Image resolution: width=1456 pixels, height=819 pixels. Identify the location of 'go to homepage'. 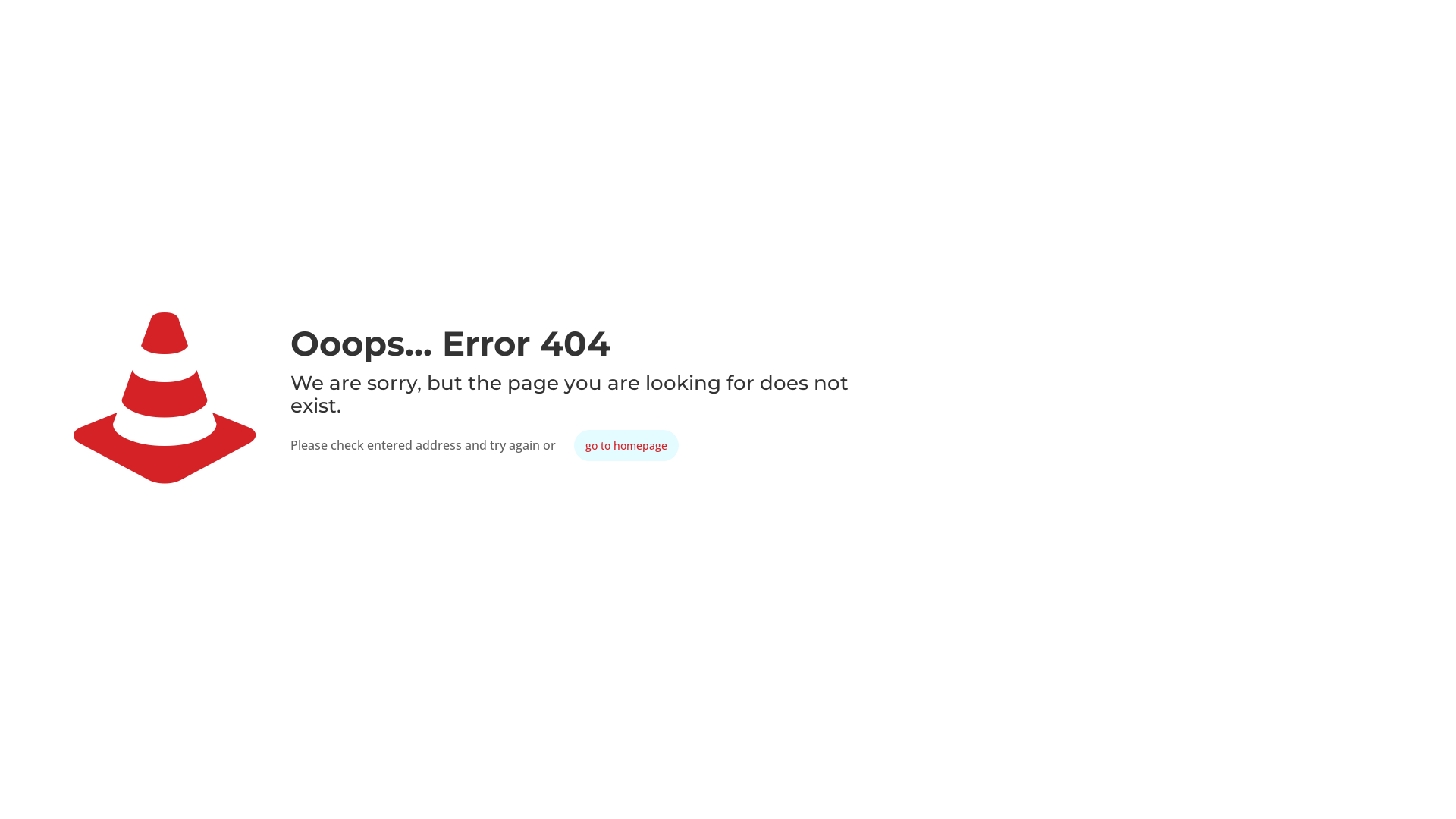
(626, 444).